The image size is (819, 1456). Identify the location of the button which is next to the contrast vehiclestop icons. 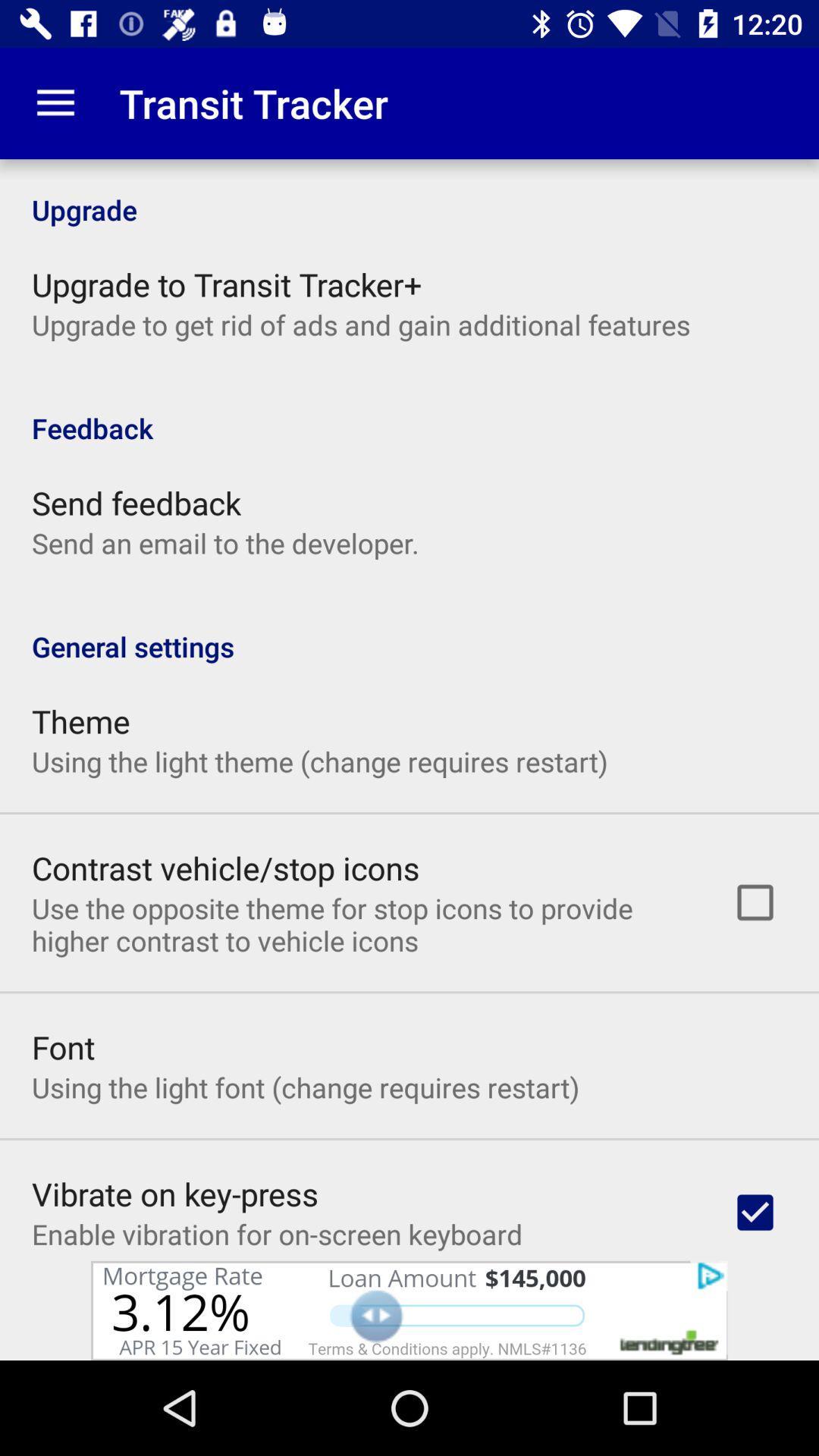
(755, 902).